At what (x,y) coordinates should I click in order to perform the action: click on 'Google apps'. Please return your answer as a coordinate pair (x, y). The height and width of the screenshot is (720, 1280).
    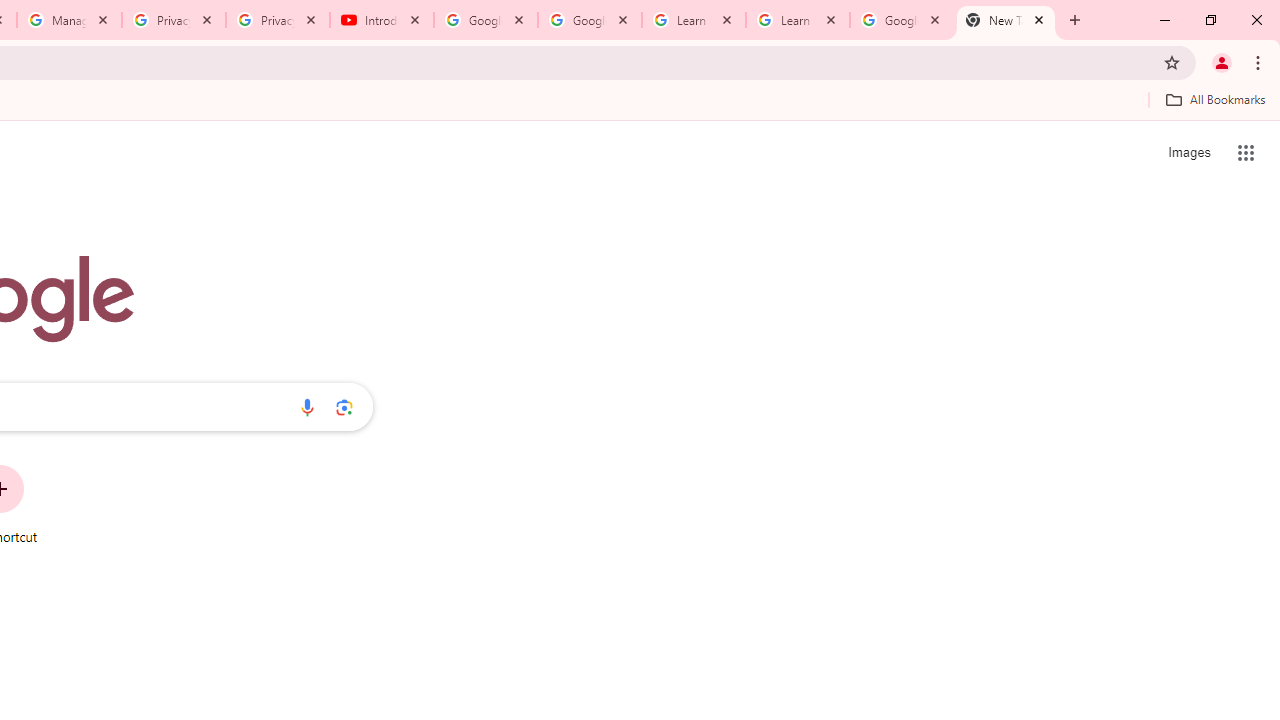
    Looking at the image, I should click on (1245, 152).